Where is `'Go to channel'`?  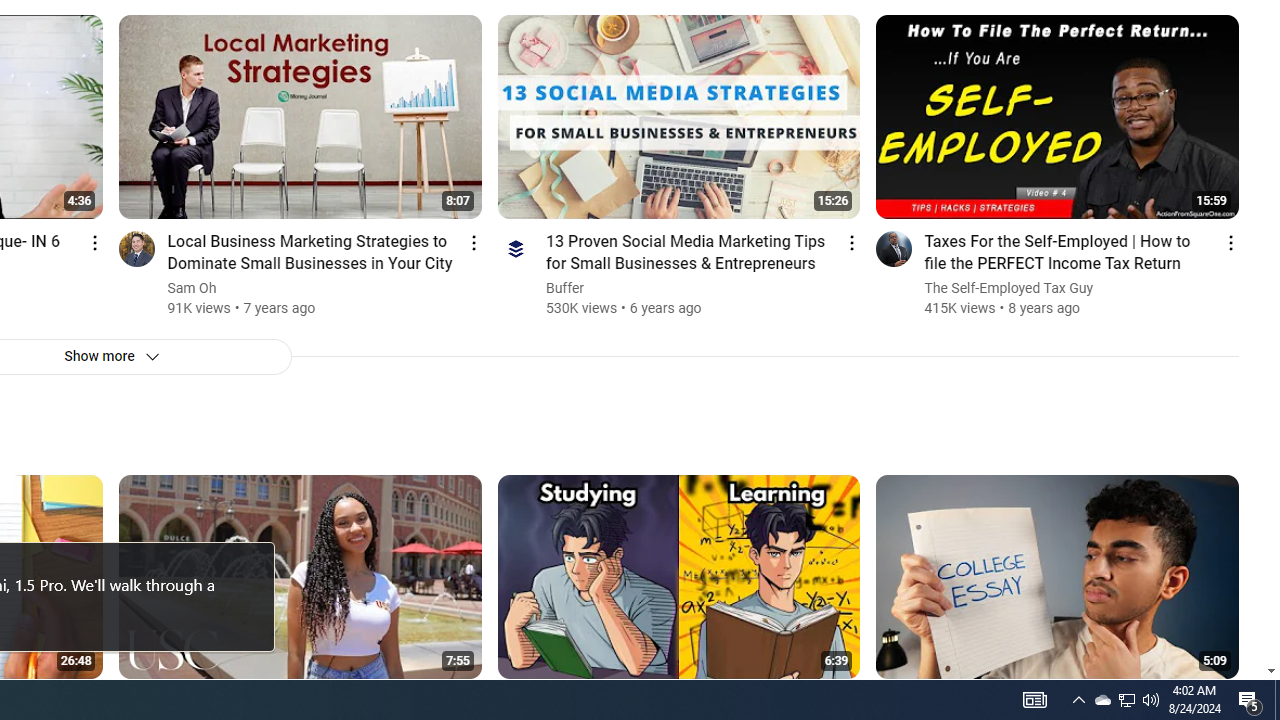
'Go to channel' is located at coordinates (893, 247).